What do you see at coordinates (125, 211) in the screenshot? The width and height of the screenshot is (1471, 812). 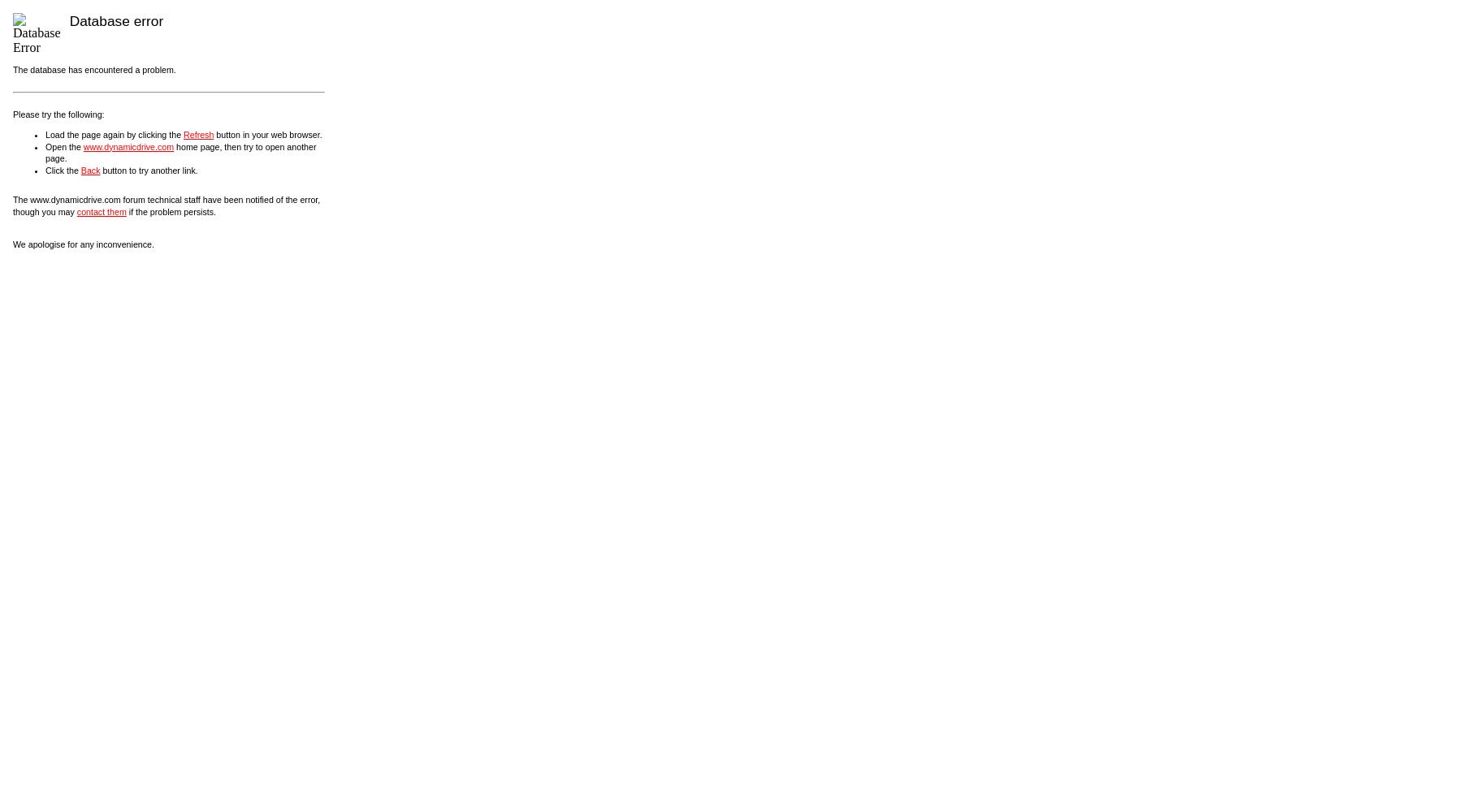 I see `'if the problem persists.'` at bounding box center [125, 211].